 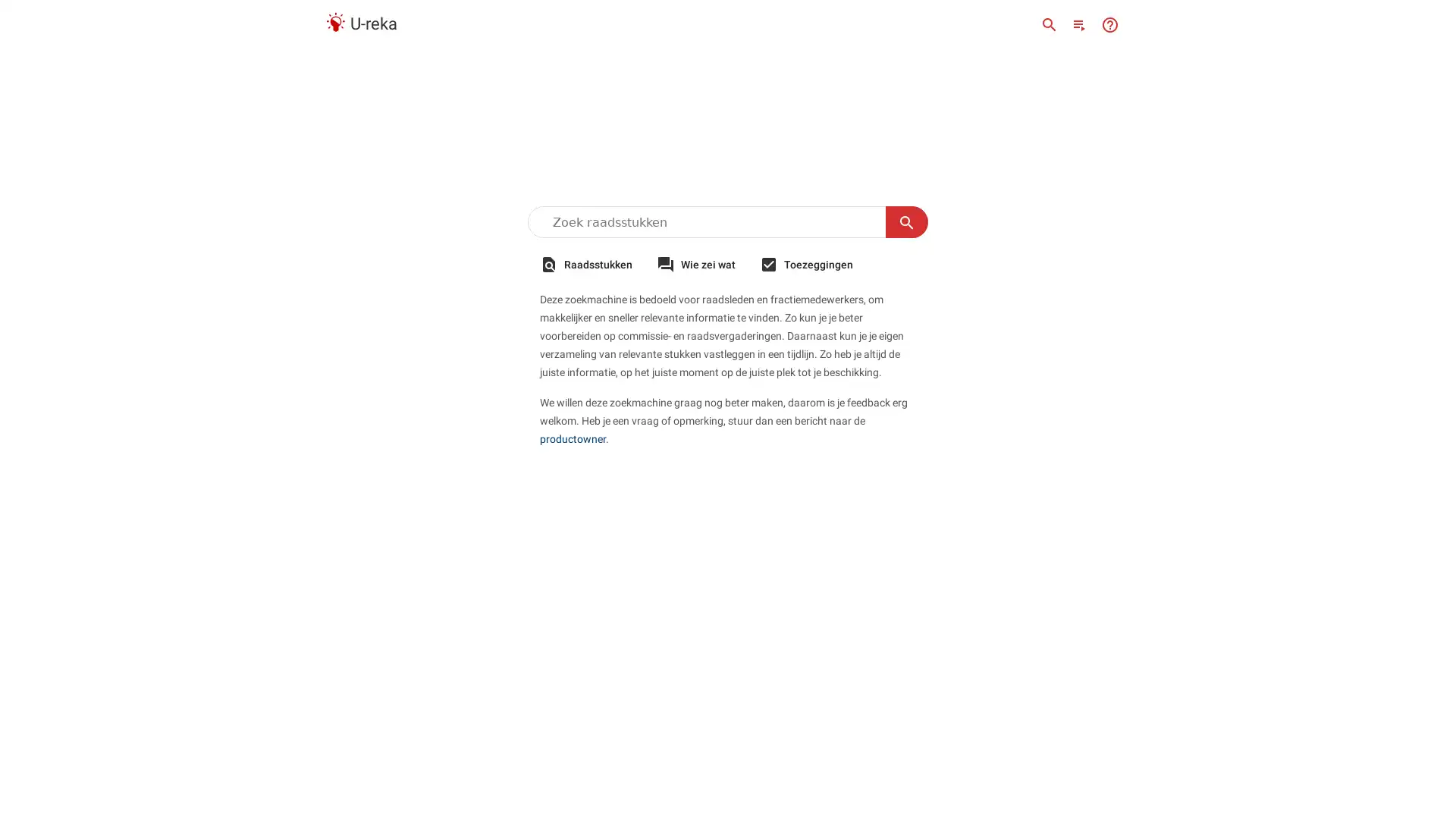 I want to click on Wie zei wat, so click(x=695, y=263).